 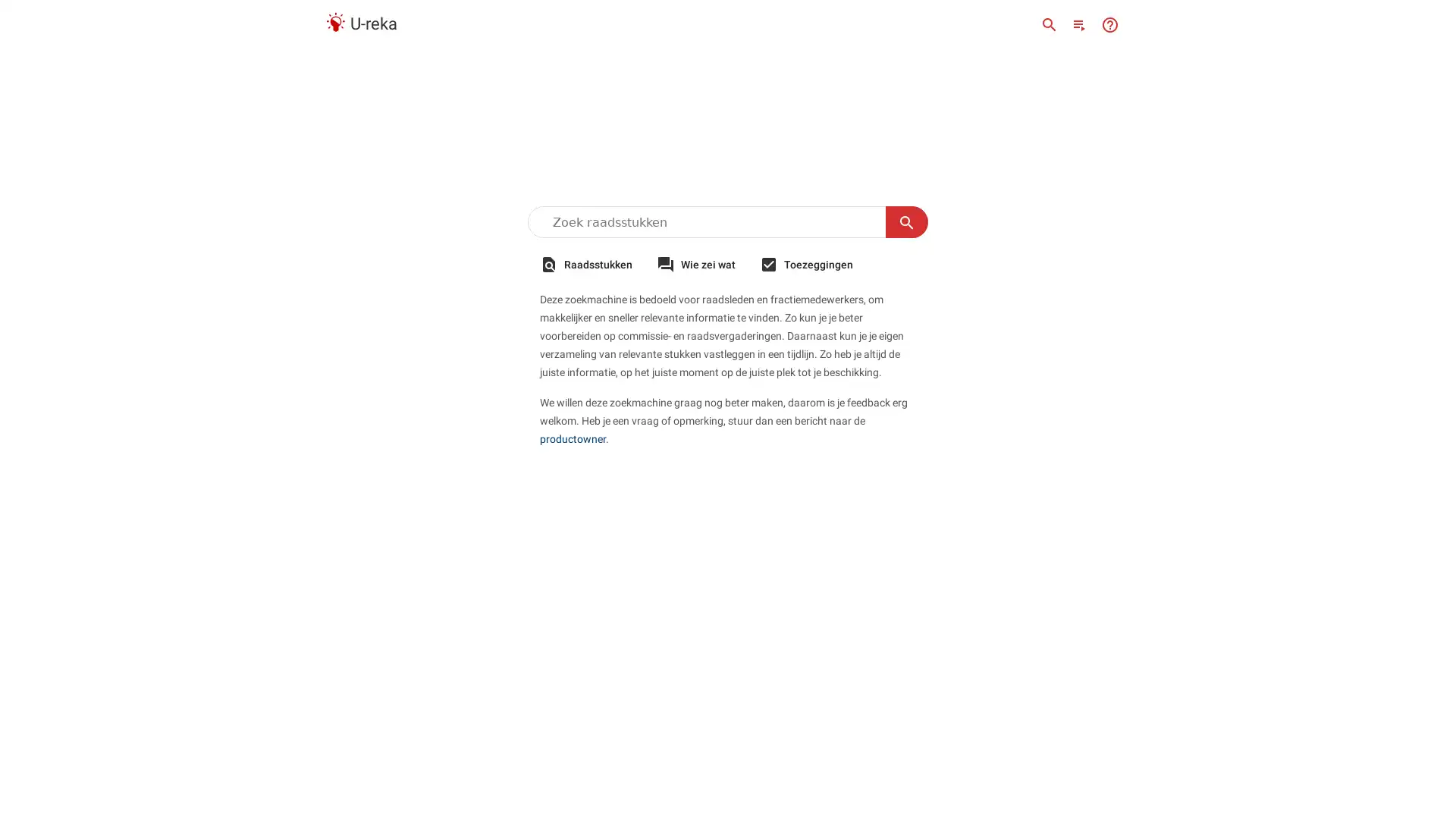 I want to click on Wie zei wat, so click(x=695, y=263).